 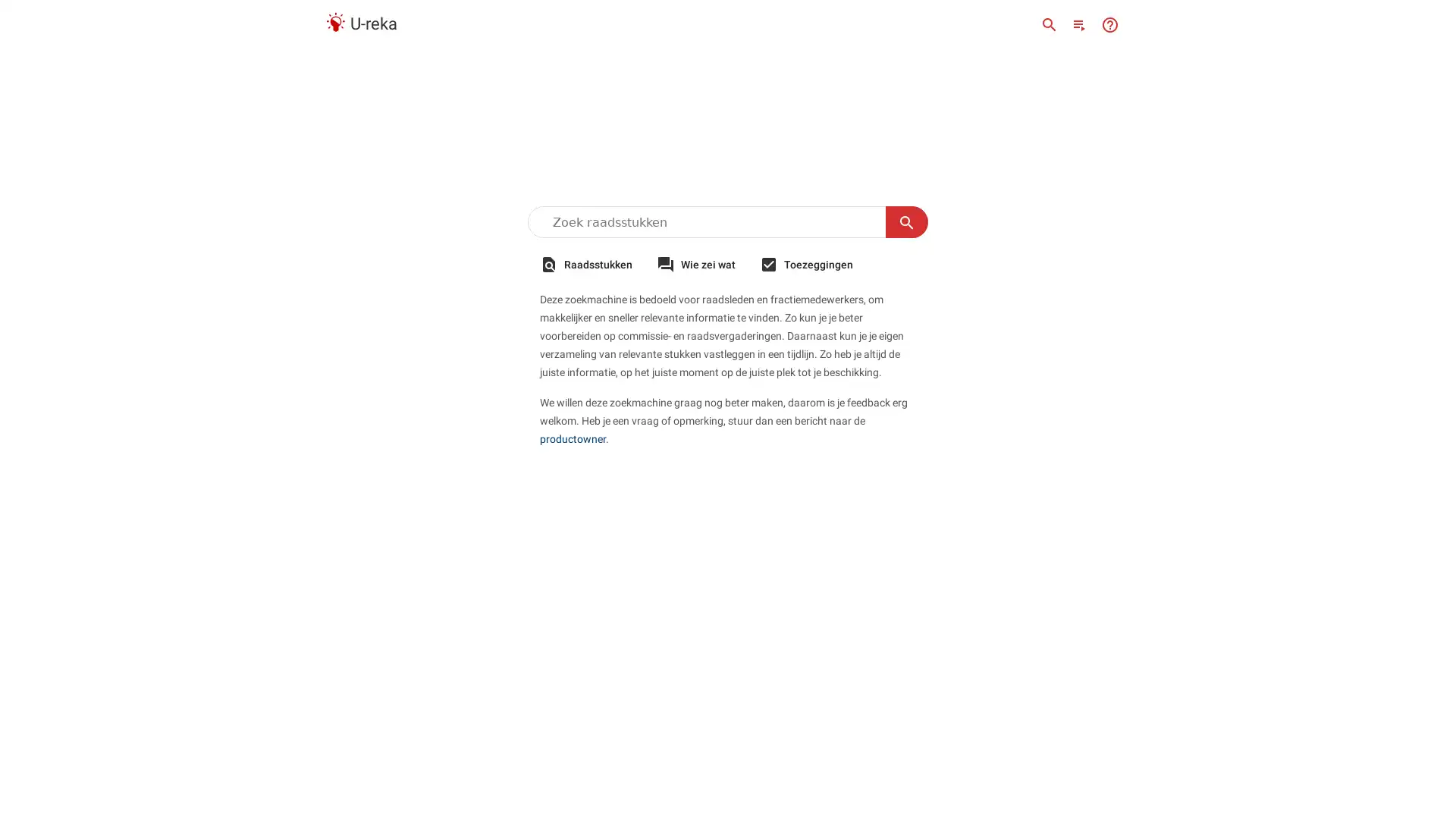 I want to click on Wie zei wat, so click(x=695, y=263).